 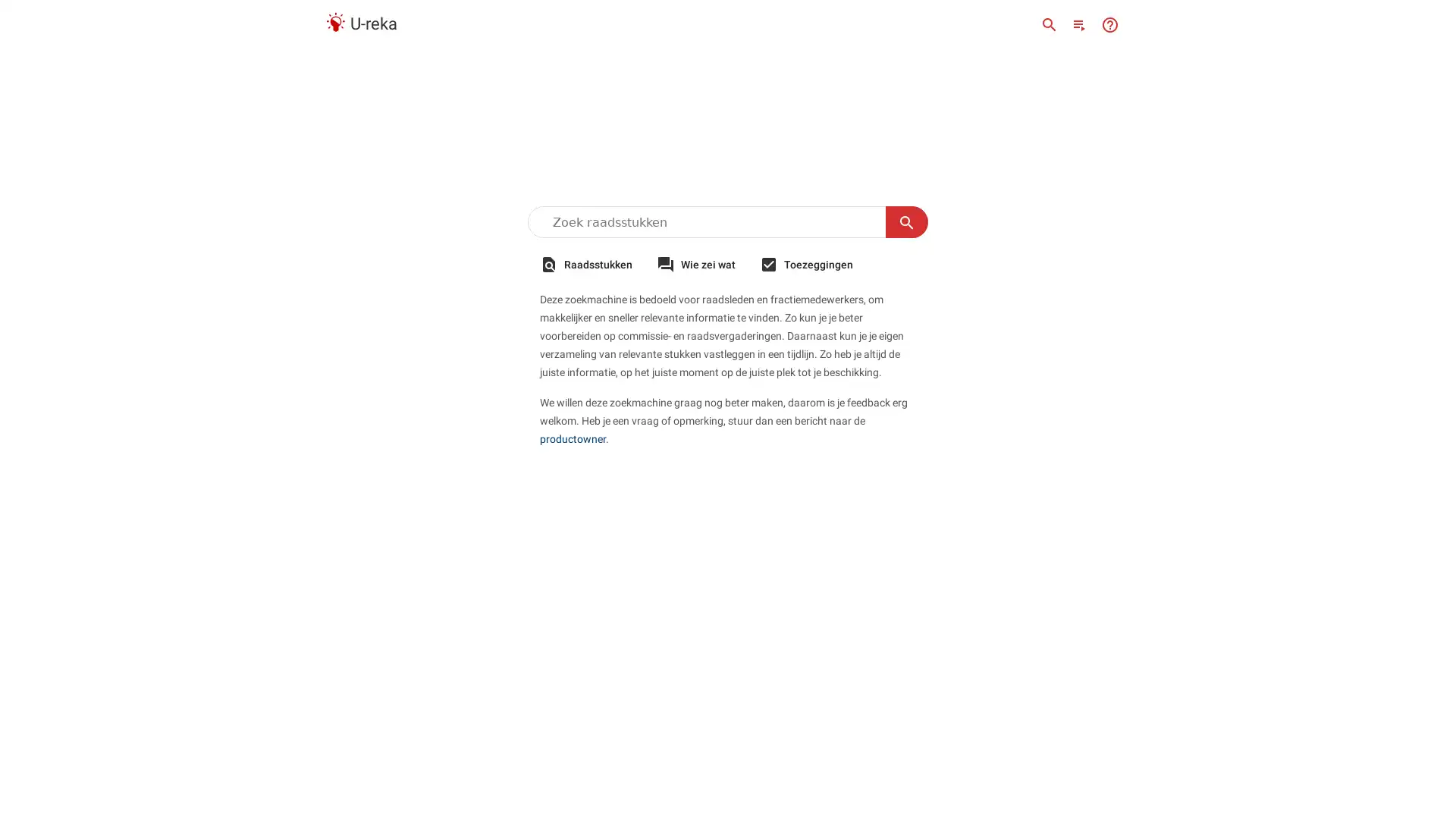 I want to click on Wie zei wat, so click(x=695, y=263).